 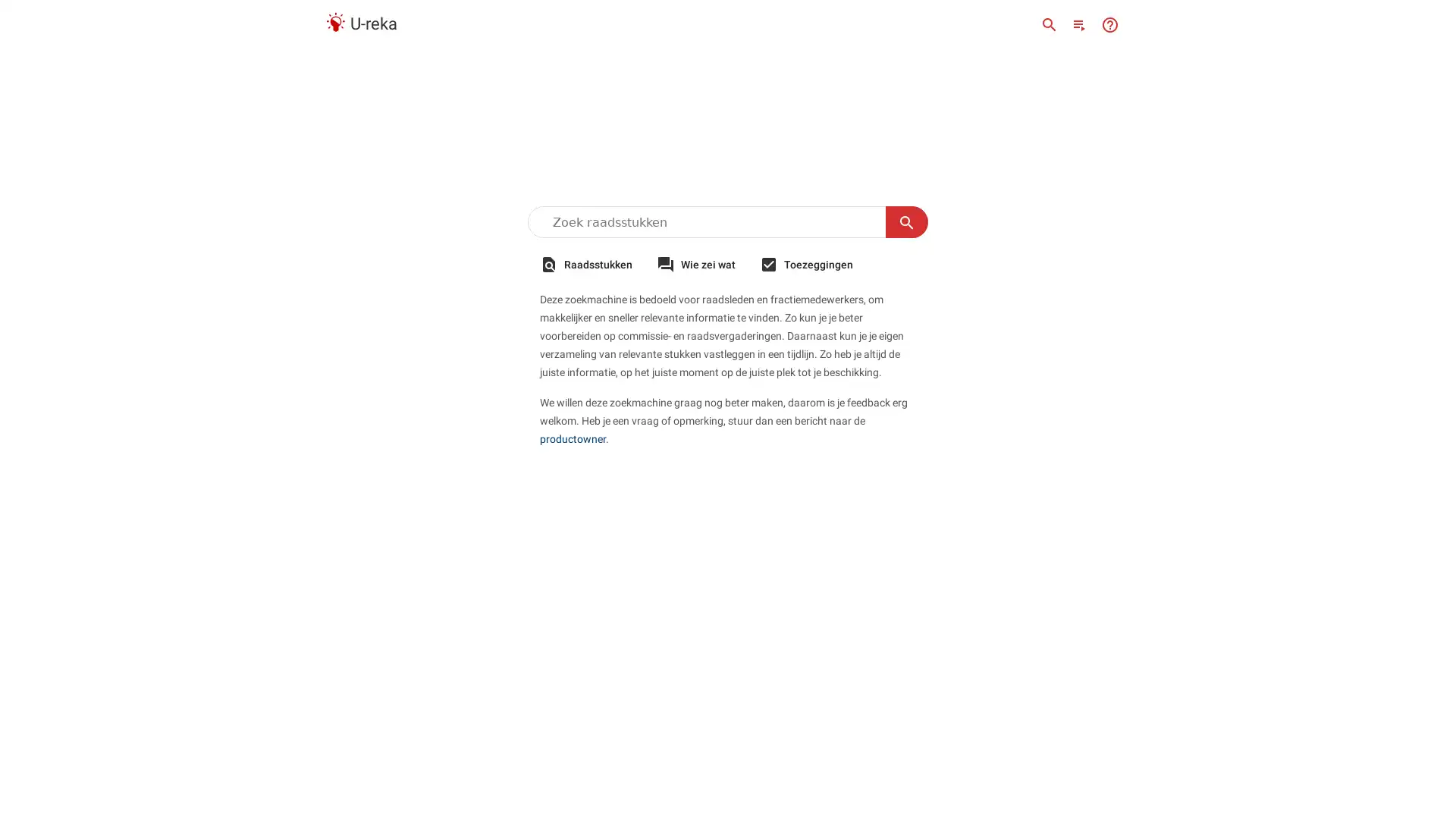 I want to click on Wie zei wat, so click(x=695, y=263).